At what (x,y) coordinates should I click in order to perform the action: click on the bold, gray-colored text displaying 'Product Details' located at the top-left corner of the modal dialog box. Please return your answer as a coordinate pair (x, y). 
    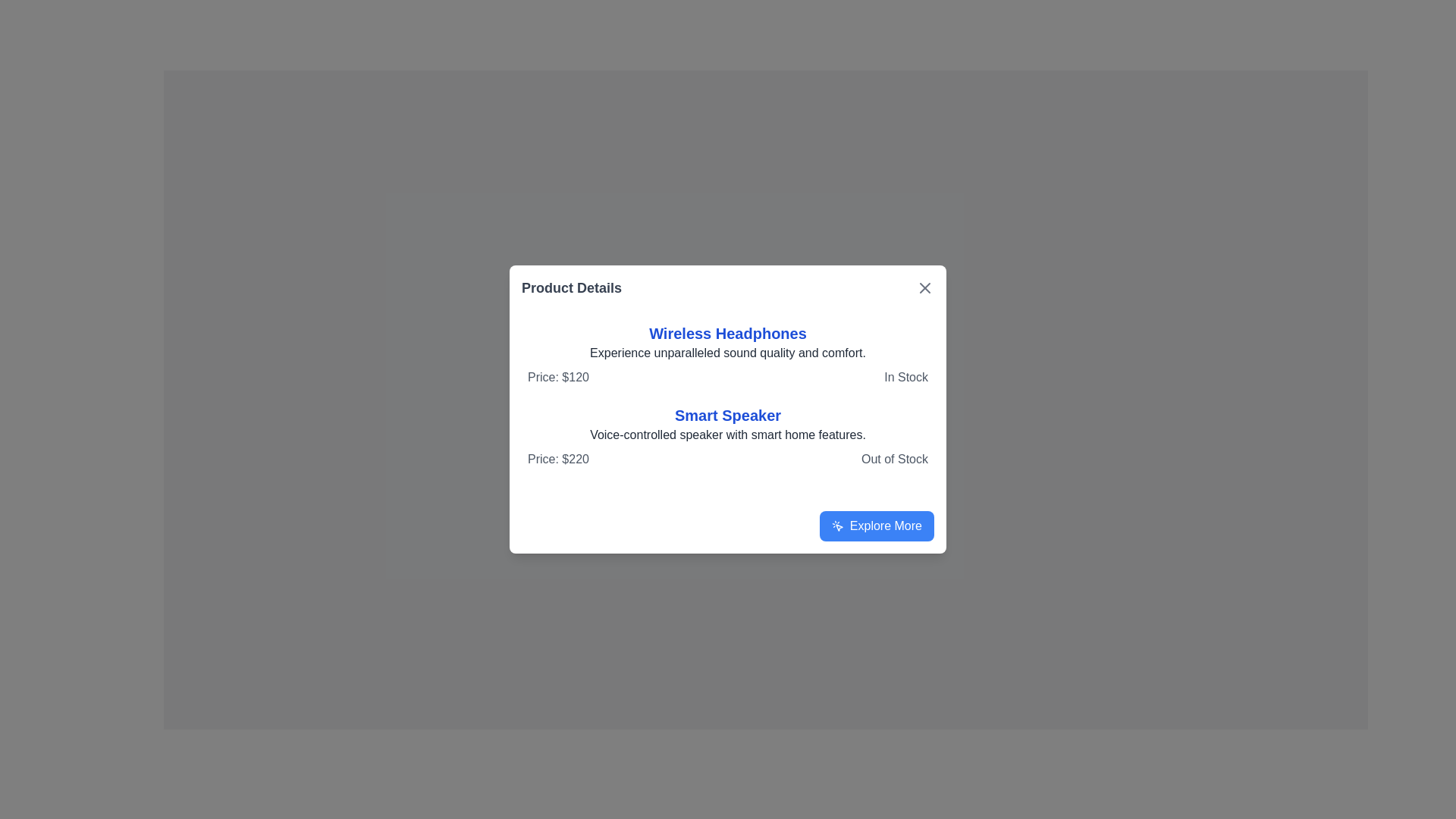
    Looking at the image, I should click on (570, 288).